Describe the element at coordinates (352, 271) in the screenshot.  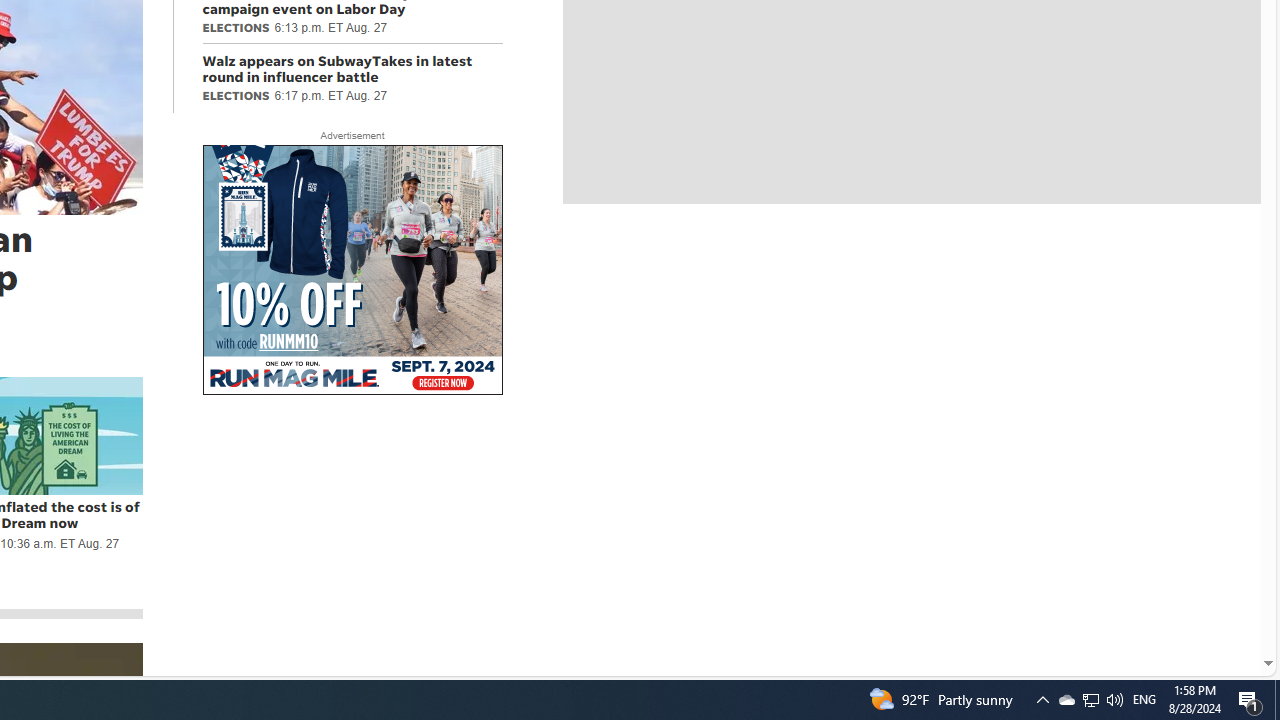
I see `'AutomationID: aw0'` at that location.